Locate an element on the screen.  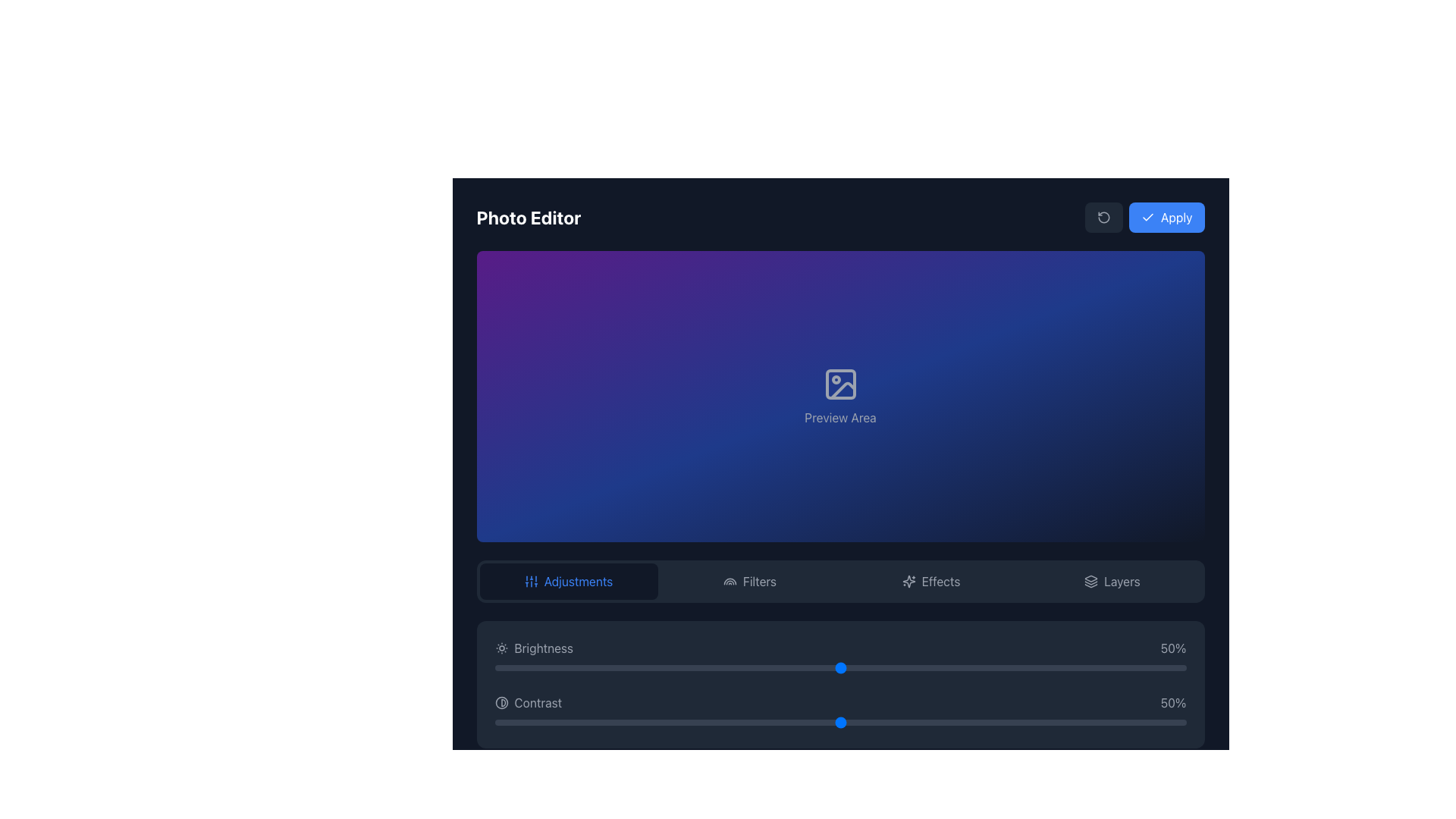
the circular arrow icon within its button located in the upper-right corner of the interface is located at coordinates (1103, 217).